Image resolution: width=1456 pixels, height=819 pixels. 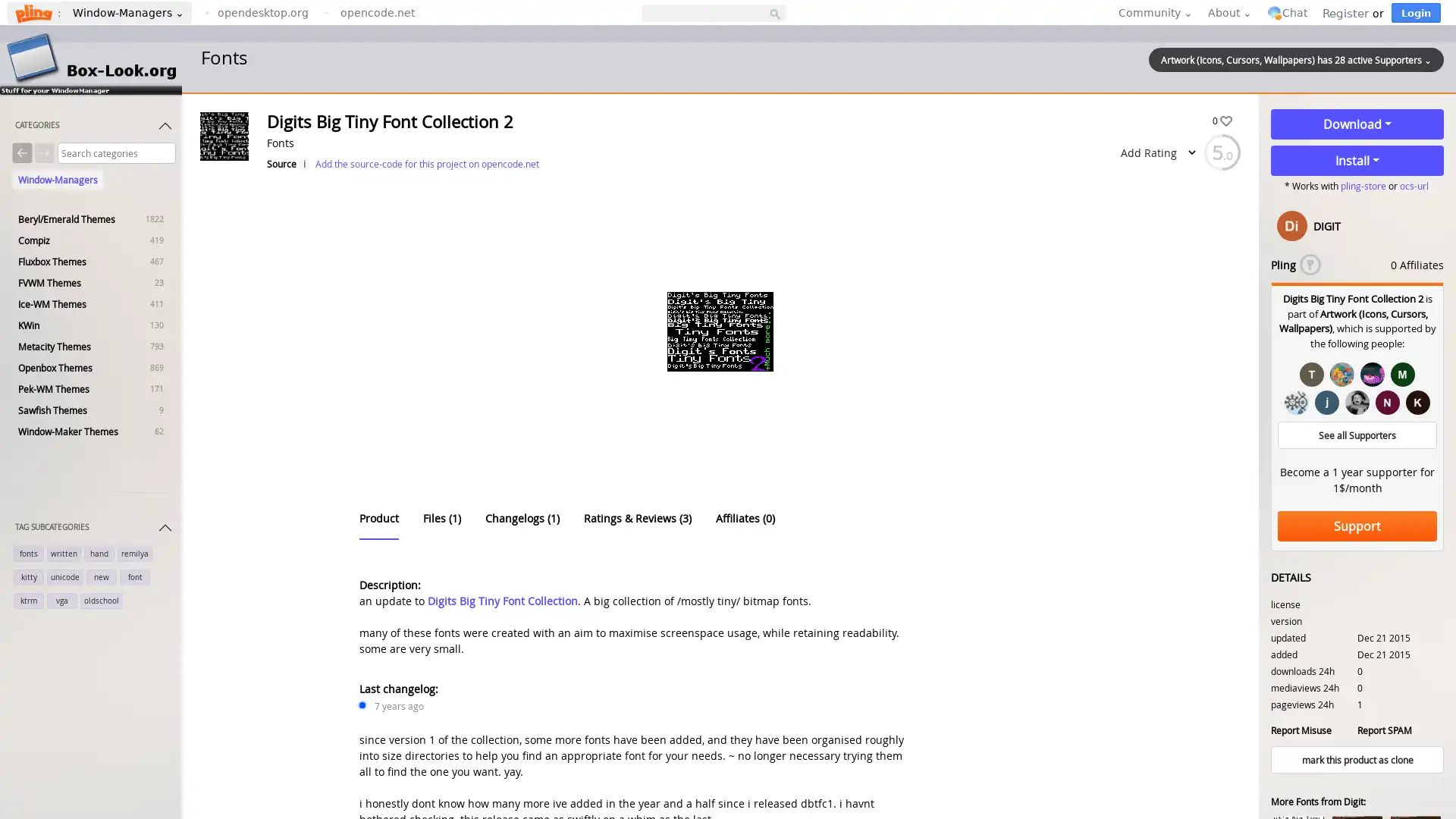 What do you see at coordinates (1357, 760) in the screenshot?
I see `mark this product as clone` at bounding box center [1357, 760].